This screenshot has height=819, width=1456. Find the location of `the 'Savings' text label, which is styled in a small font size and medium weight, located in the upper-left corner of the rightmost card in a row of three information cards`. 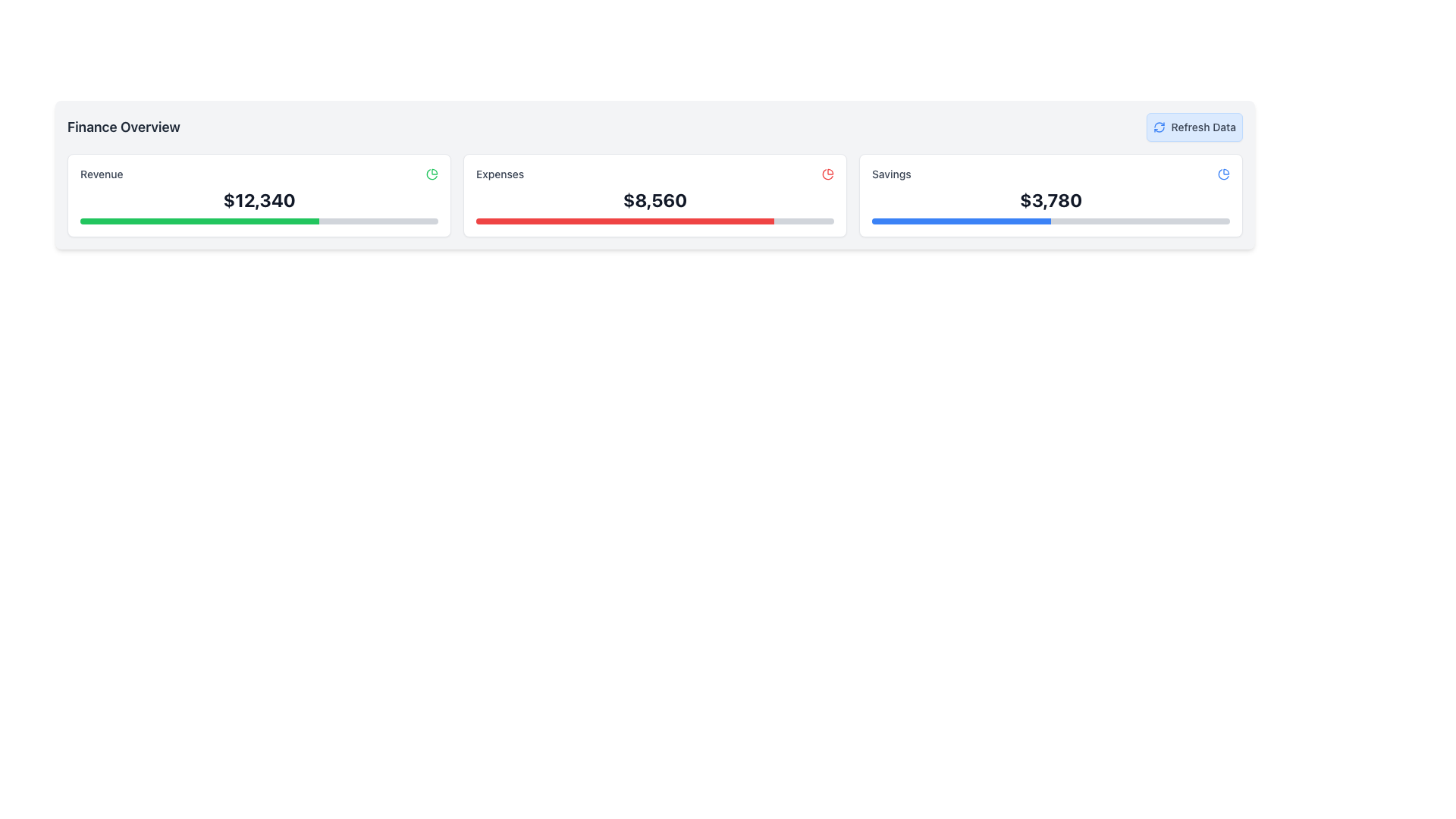

the 'Savings' text label, which is styled in a small font size and medium weight, located in the upper-left corner of the rightmost card in a row of three information cards is located at coordinates (891, 174).